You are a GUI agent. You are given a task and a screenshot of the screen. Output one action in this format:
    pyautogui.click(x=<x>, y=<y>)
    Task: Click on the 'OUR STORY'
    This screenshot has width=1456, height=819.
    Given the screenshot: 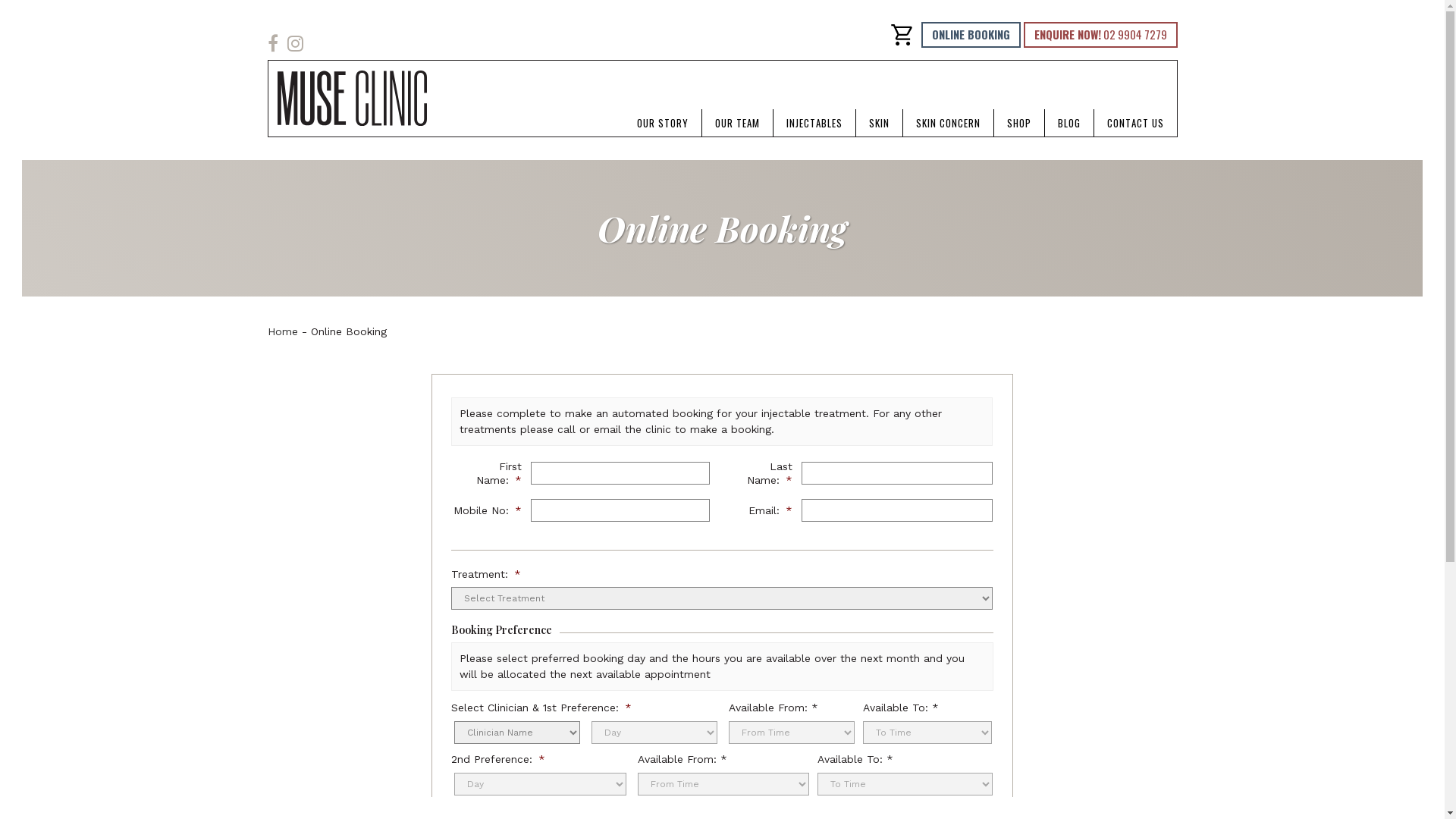 What is the action you would take?
    pyautogui.click(x=662, y=122)
    